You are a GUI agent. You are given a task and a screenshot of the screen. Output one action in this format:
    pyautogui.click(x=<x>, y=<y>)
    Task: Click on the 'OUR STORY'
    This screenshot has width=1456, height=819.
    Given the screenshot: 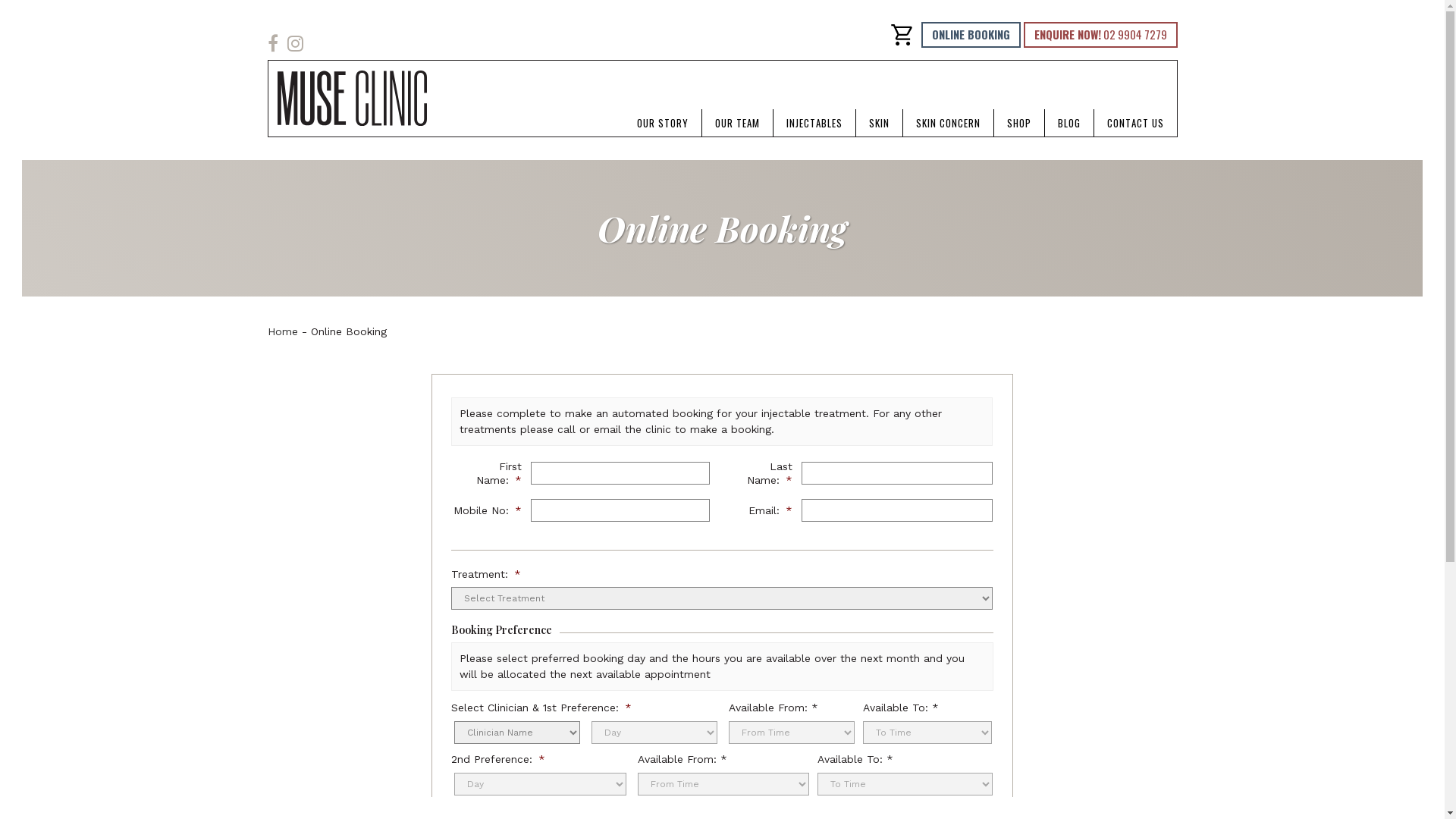 What is the action you would take?
    pyautogui.click(x=662, y=122)
    